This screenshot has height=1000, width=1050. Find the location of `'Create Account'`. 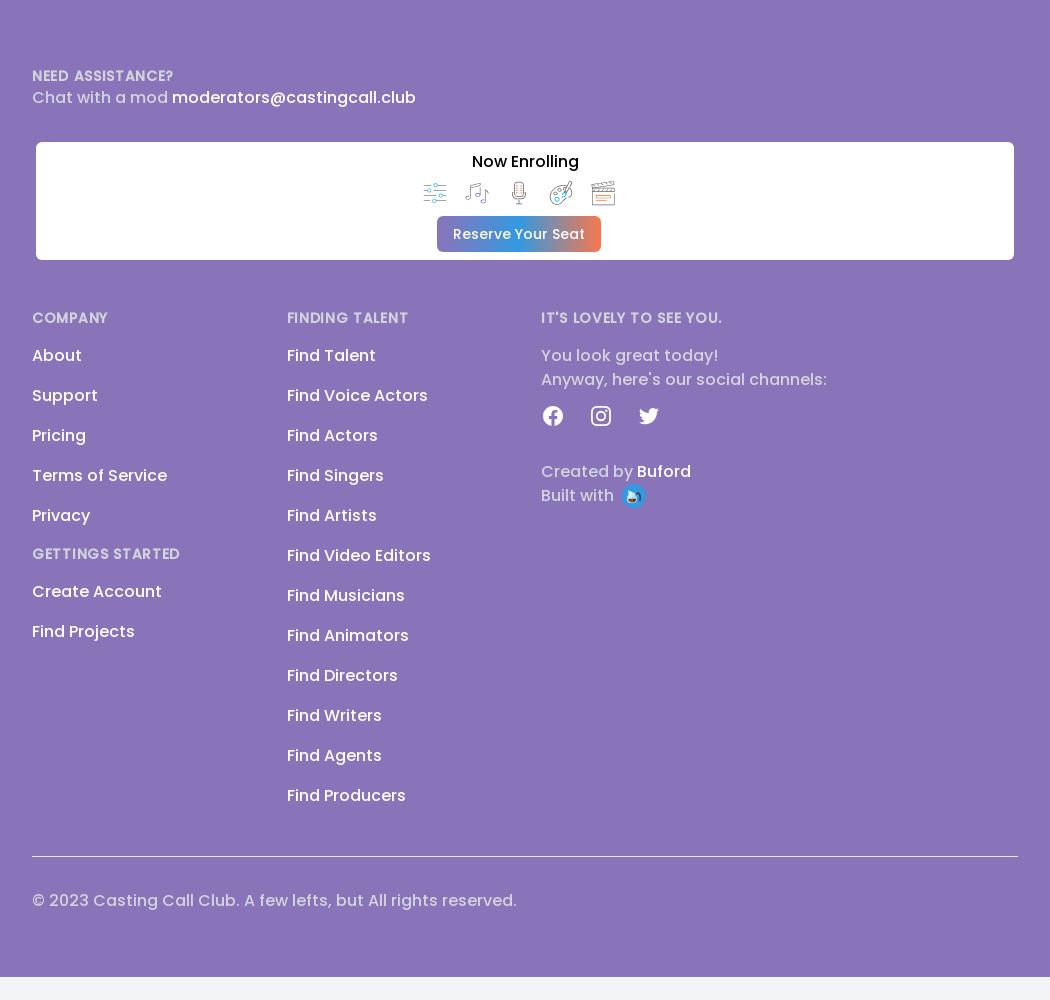

'Create Account' is located at coordinates (32, 590).